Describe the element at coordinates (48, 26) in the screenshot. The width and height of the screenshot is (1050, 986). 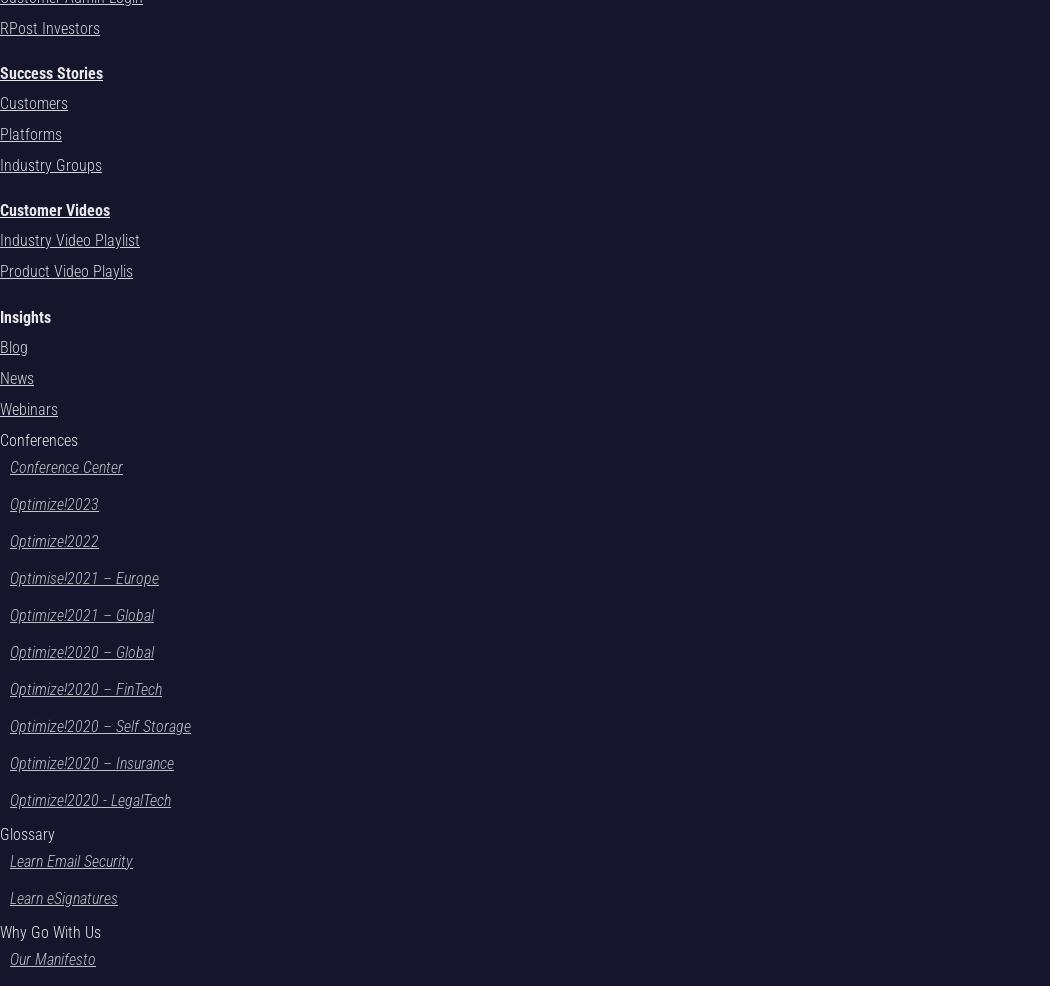
I see `'RPost Investors'` at that location.